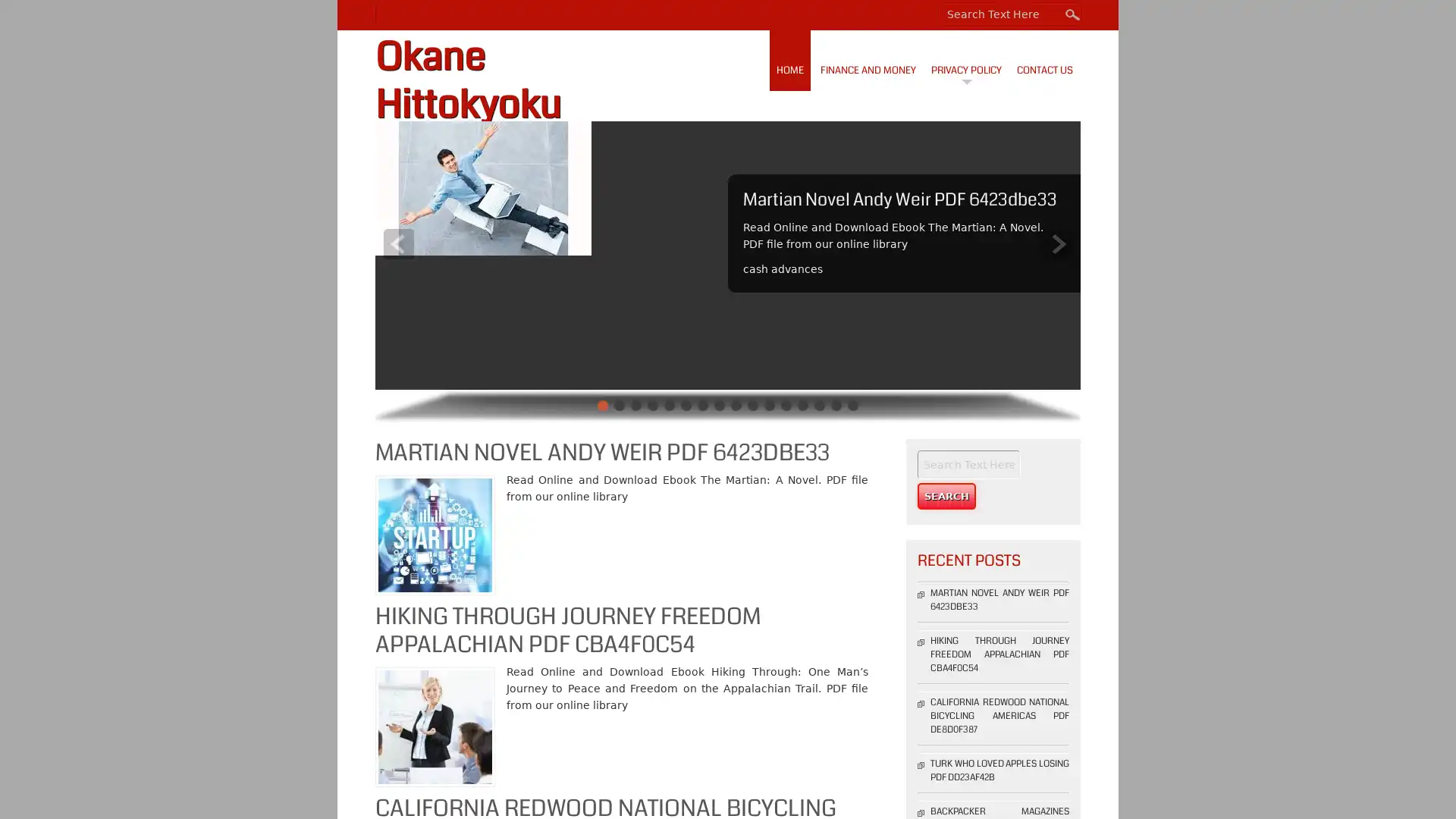 The image size is (1456, 819). Describe the element at coordinates (946, 496) in the screenshot. I see `Search` at that location.